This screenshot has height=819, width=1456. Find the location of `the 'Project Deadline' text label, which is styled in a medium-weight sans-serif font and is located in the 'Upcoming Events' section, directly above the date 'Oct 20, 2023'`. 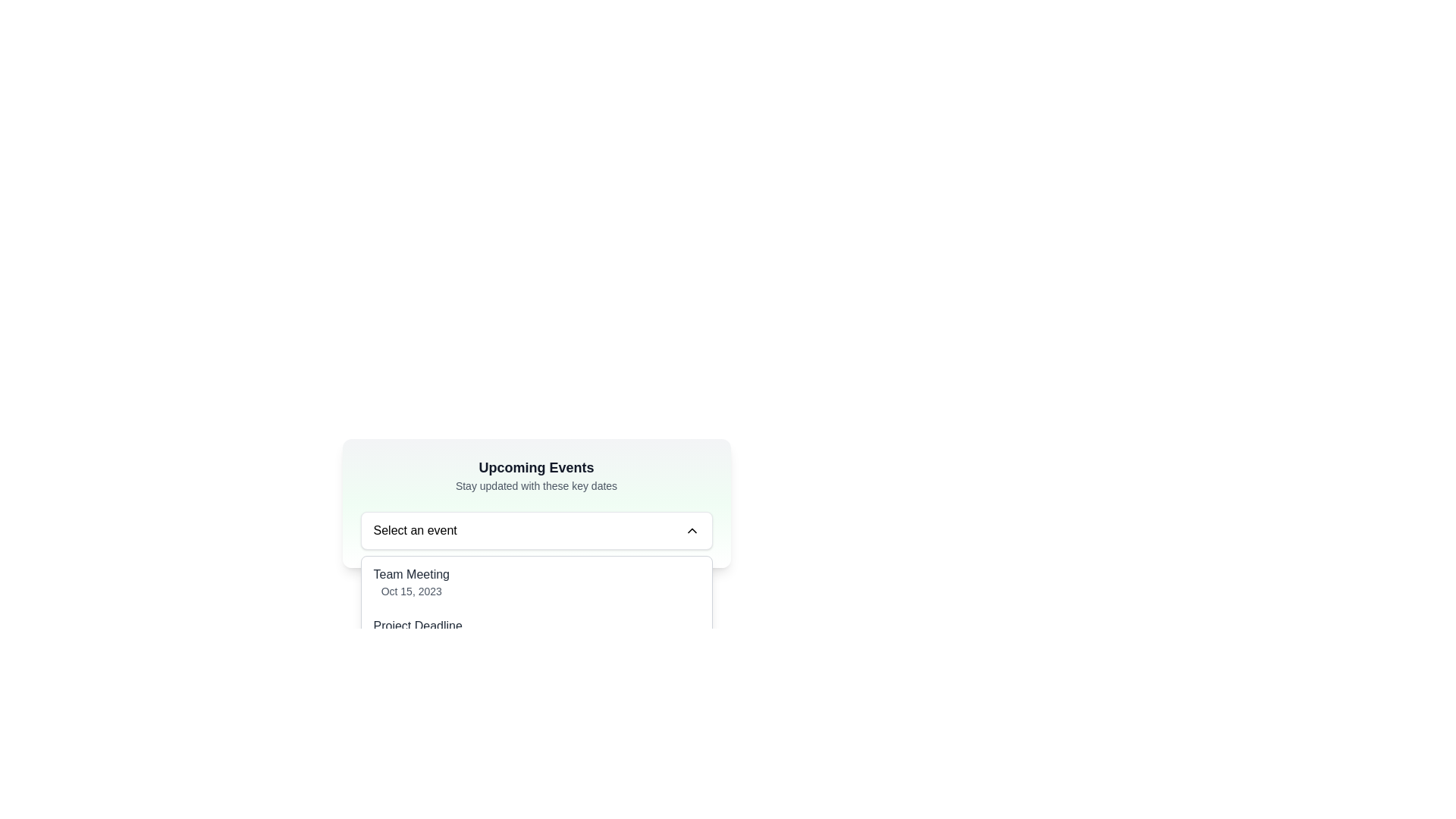

the 'Project Deadline' text label, which is styled in a medium-weight sans-serif font and is located in the 'Upcoming Events' section, directly above the date 'Oct 20, 2023' is located at coordinates (418, 626).